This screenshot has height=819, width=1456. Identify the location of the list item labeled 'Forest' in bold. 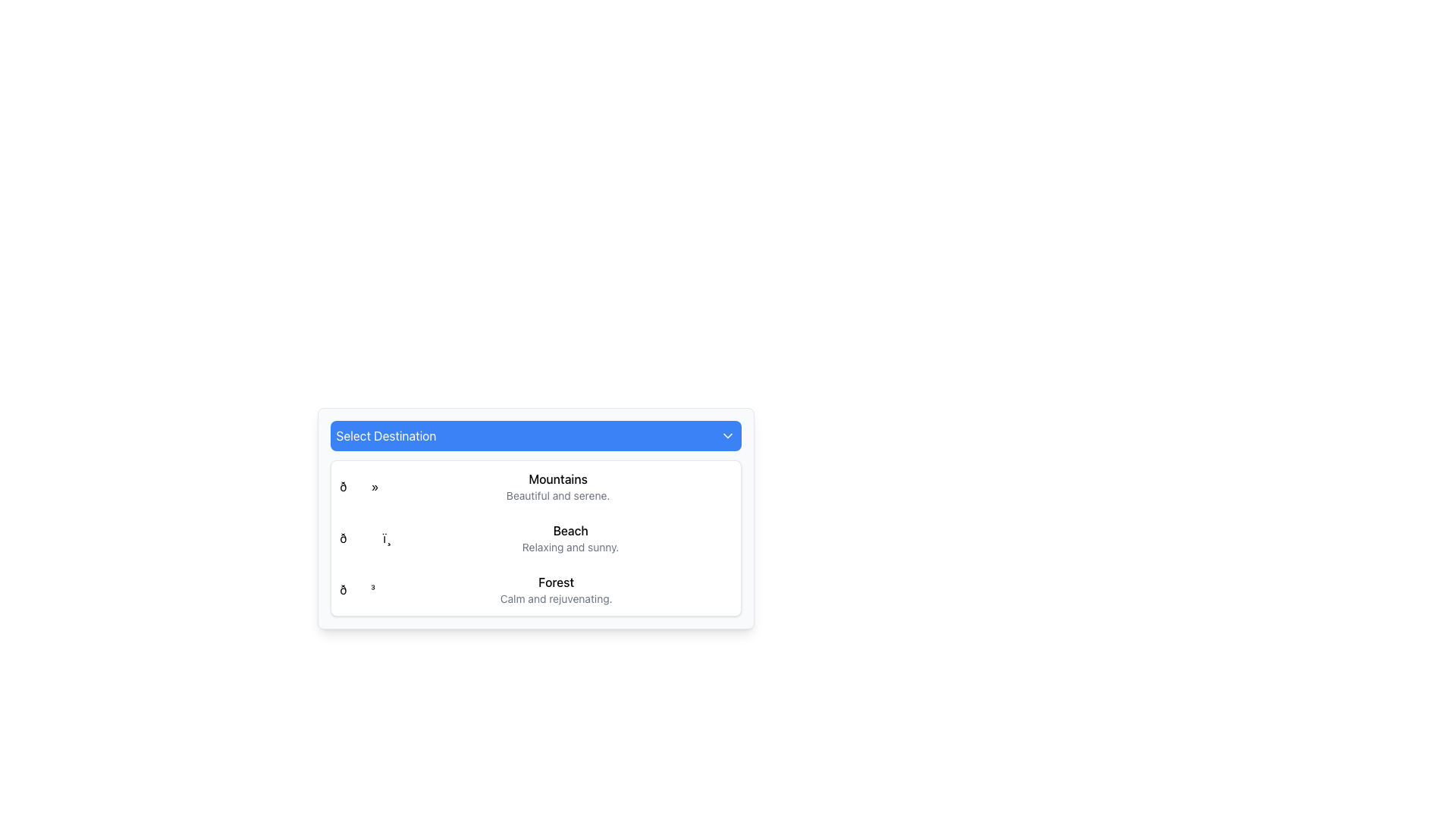
(555, 589).